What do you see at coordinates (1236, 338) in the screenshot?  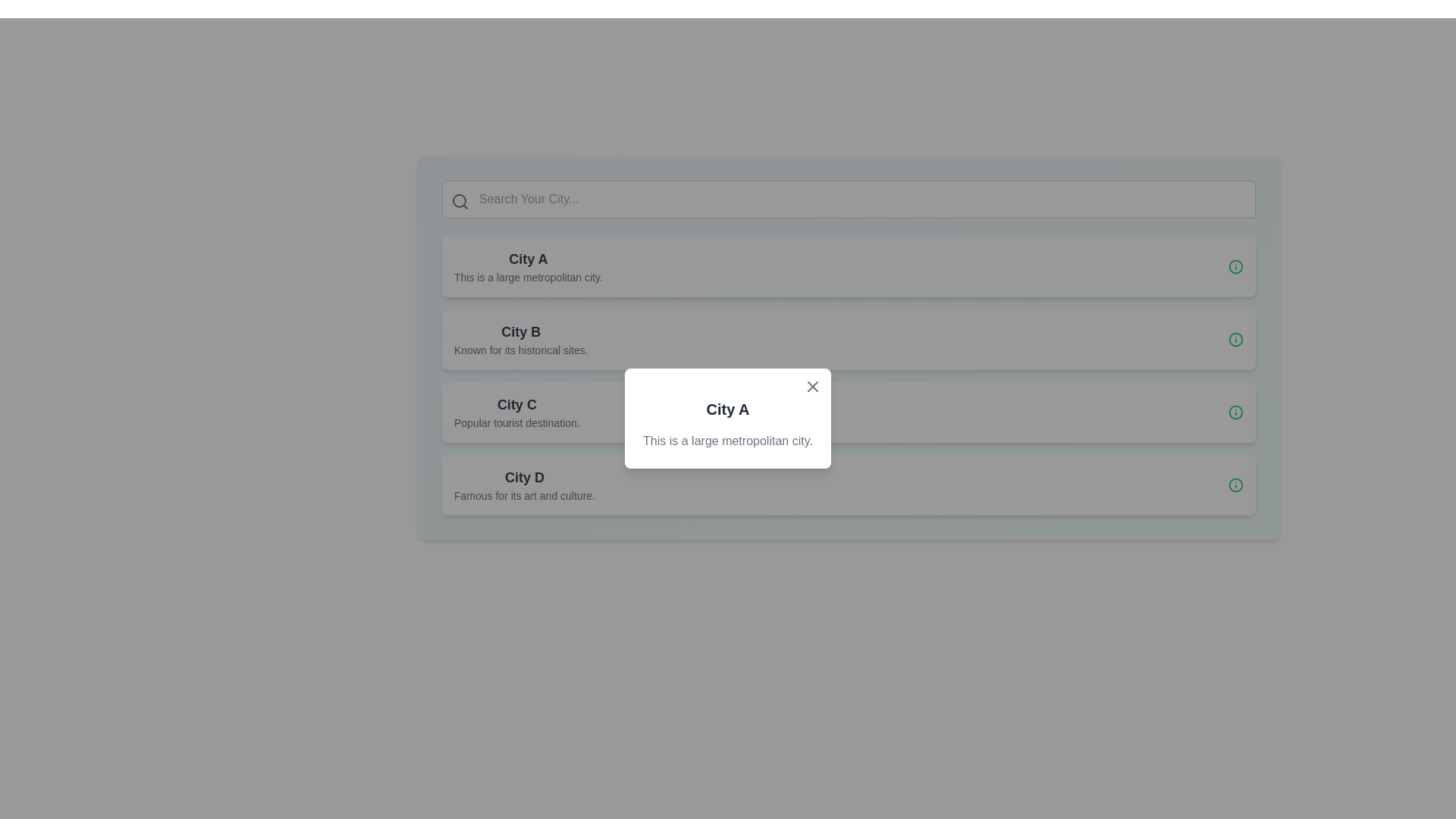 I see `the circular icon with a green border located in the fourth row of the list view on the right side, which indicates information or status` at bounding box center [1236, 338].